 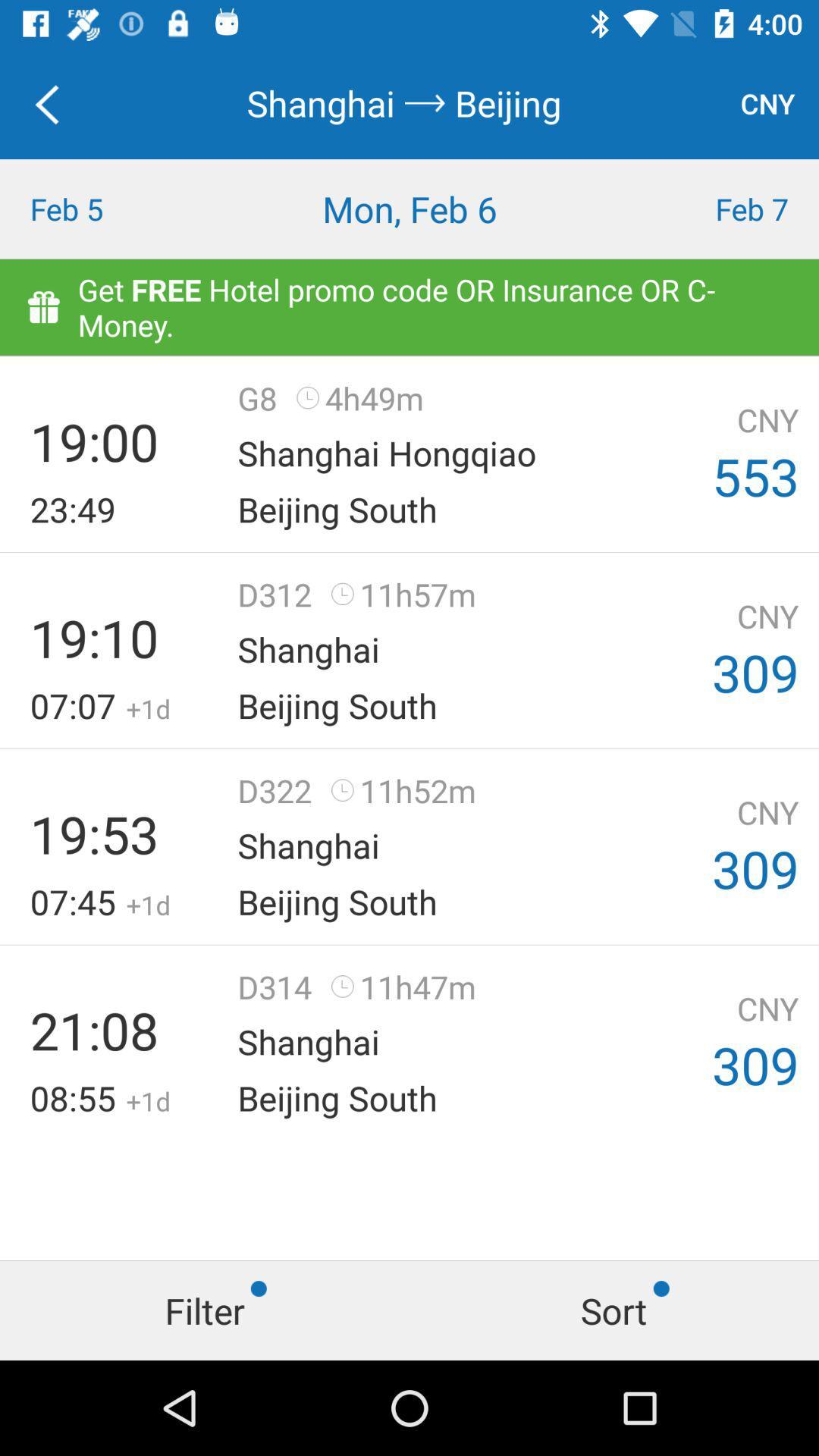 What do you see at coordinates (717, 208) in the screenshot?
I see `the icon below the cny` at bounding box center [717, 208].